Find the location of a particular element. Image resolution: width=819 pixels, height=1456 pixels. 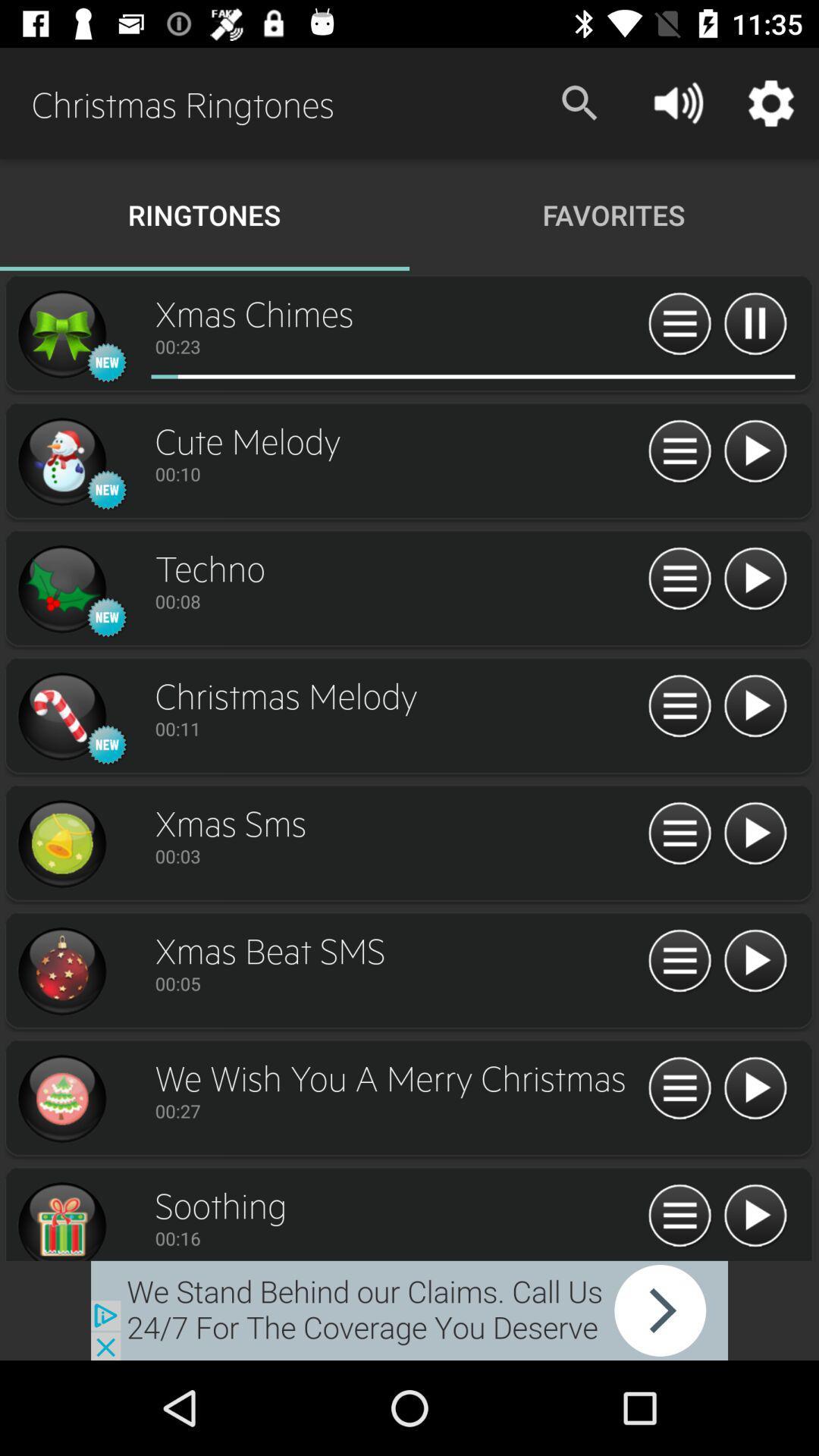

customize is located at coordinates (679, 1216).